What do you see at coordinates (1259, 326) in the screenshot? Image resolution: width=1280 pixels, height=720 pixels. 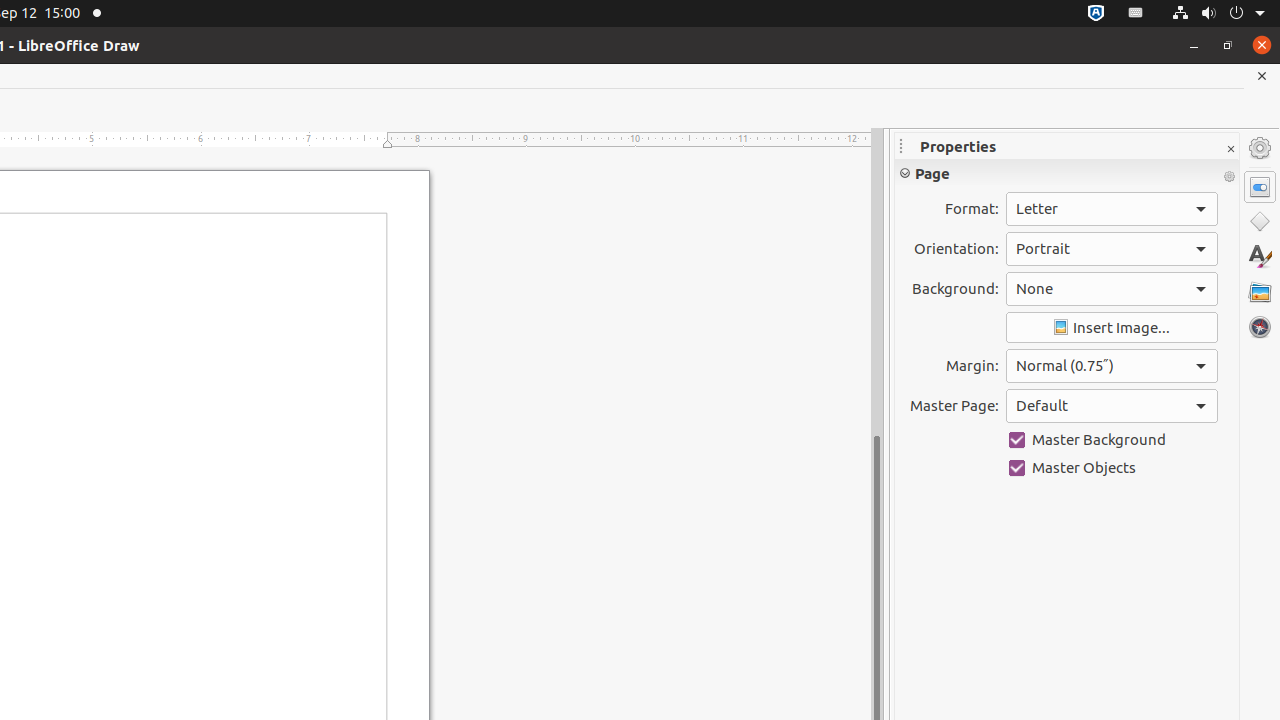 I see `'Navigator'` at bounding box center [1259, 326].